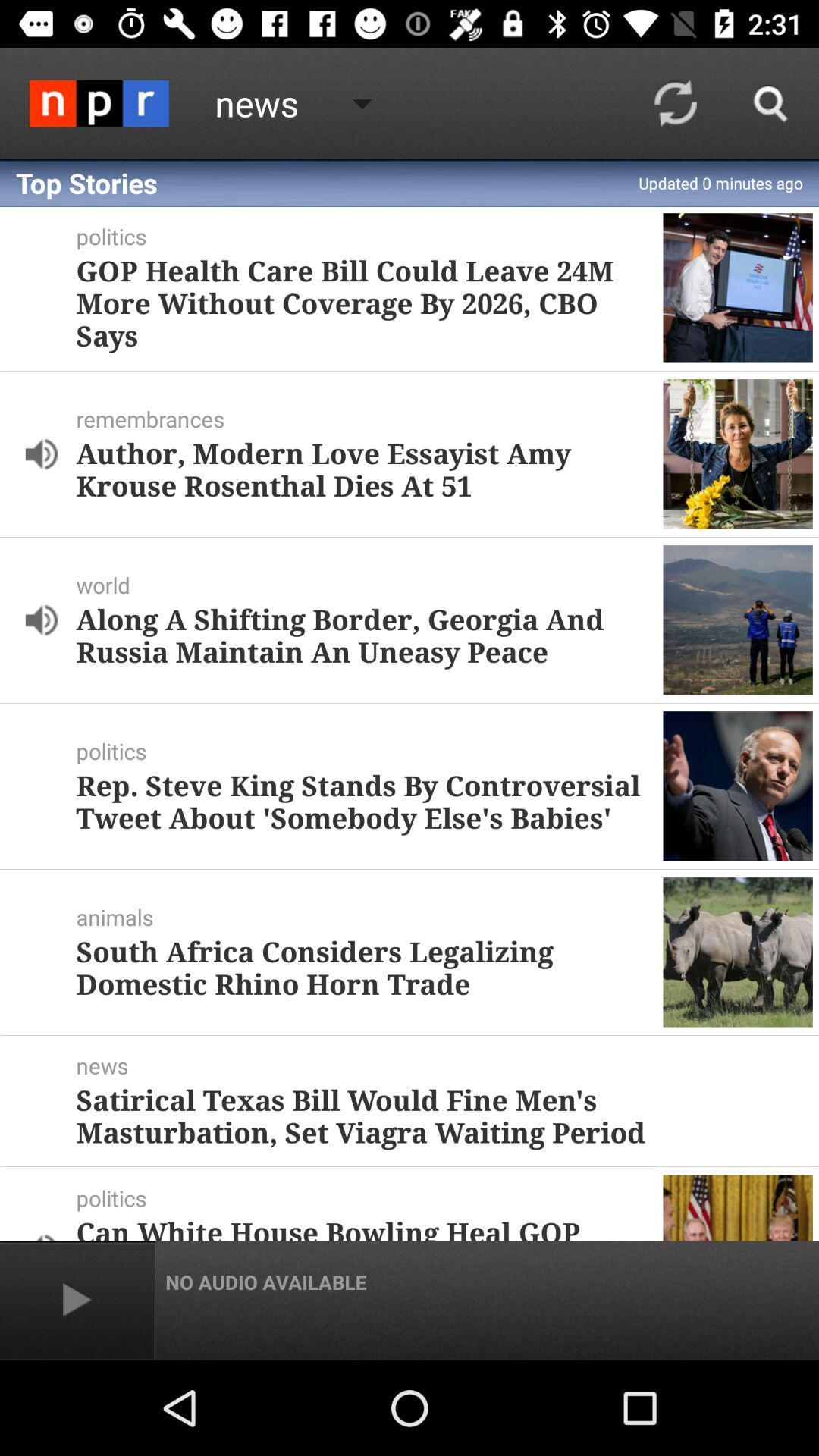 This screenshot has width=819, height=1456. I want to click on the image beside news, so click(99, 102).